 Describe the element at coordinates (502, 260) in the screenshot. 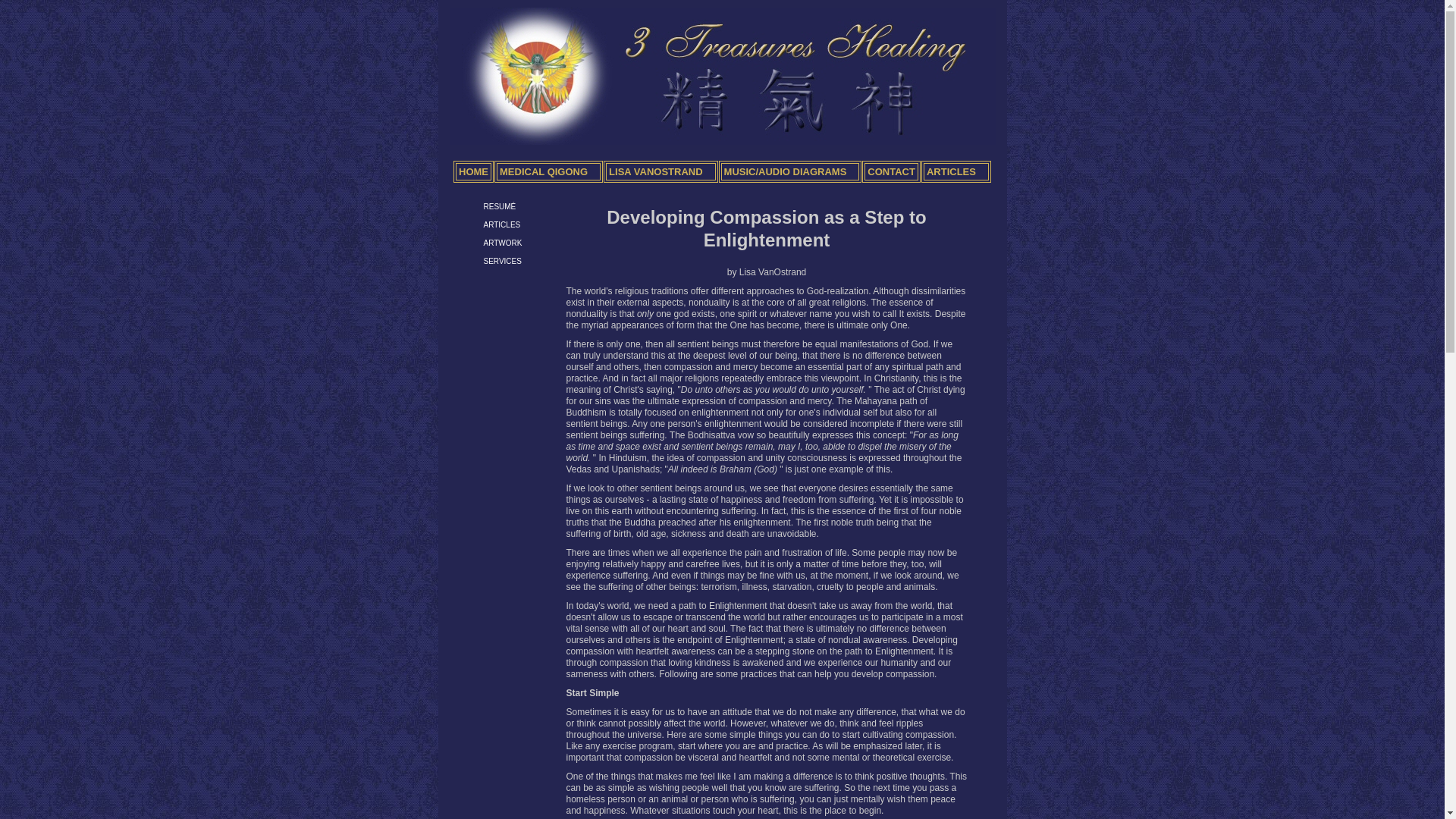

I see `'SERVICES'` at that location.